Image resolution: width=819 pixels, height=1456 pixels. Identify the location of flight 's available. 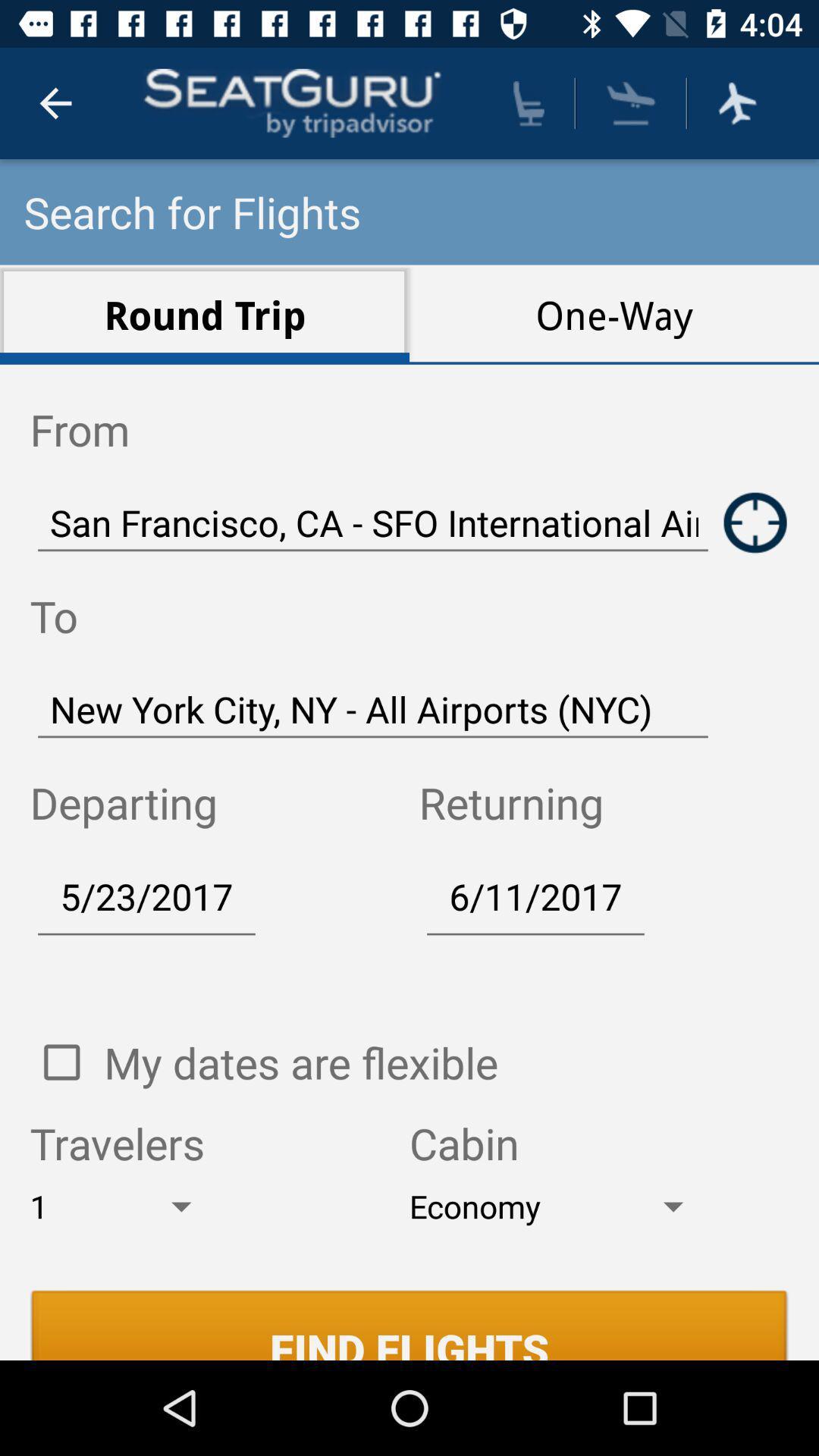
(736, 102).